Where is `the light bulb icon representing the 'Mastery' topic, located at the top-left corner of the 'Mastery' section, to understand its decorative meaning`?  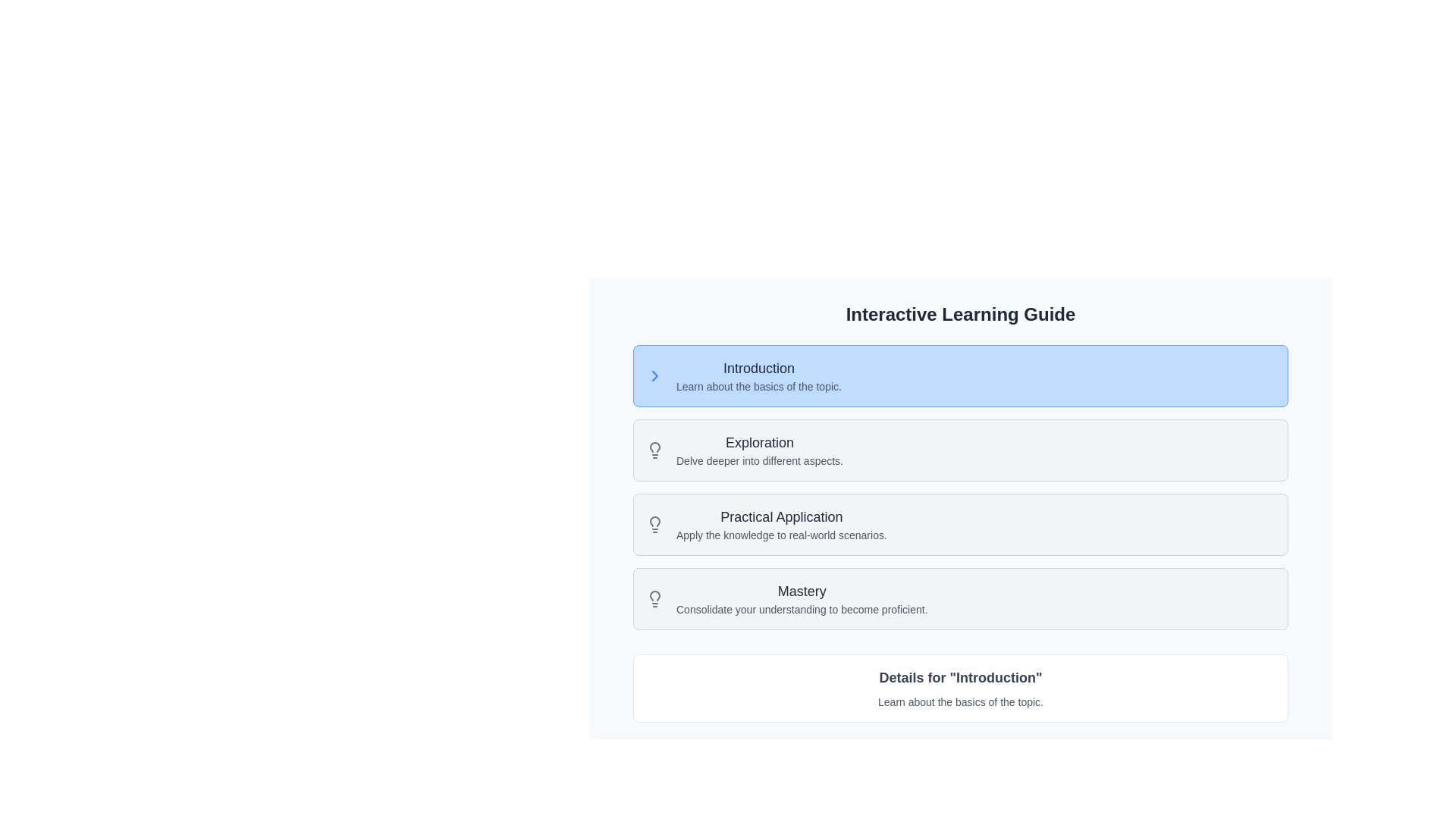 the light bulb icon representing the 'Mastery' topic, located at the top-left corner of the 'Mastery' section, to understand its decorative meaning is located at coordinates (655, 598).